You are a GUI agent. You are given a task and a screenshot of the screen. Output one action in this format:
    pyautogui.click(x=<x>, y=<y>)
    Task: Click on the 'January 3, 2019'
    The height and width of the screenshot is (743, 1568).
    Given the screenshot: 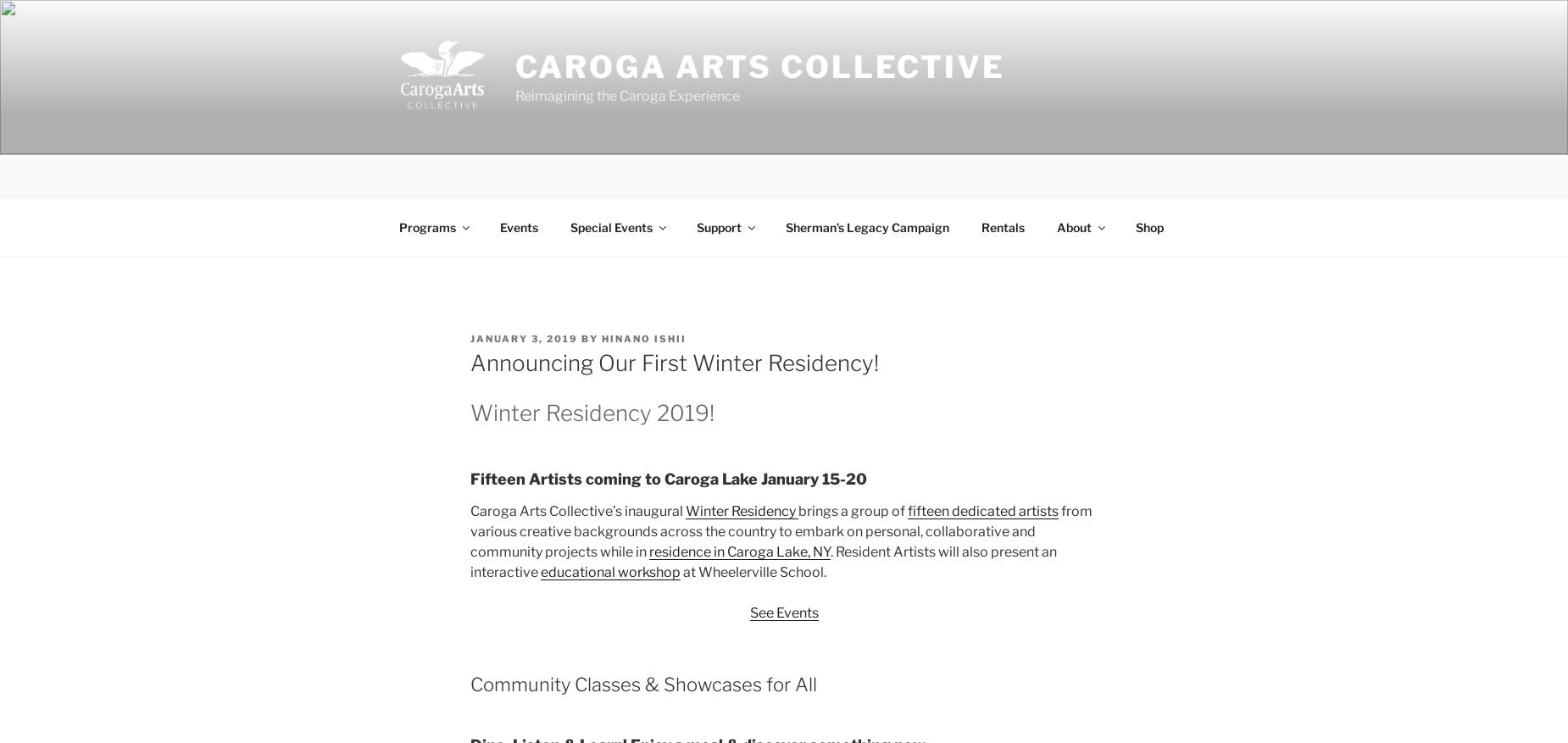 What is the action you would take?
    pyautogui.click(x=524, y=337)
    